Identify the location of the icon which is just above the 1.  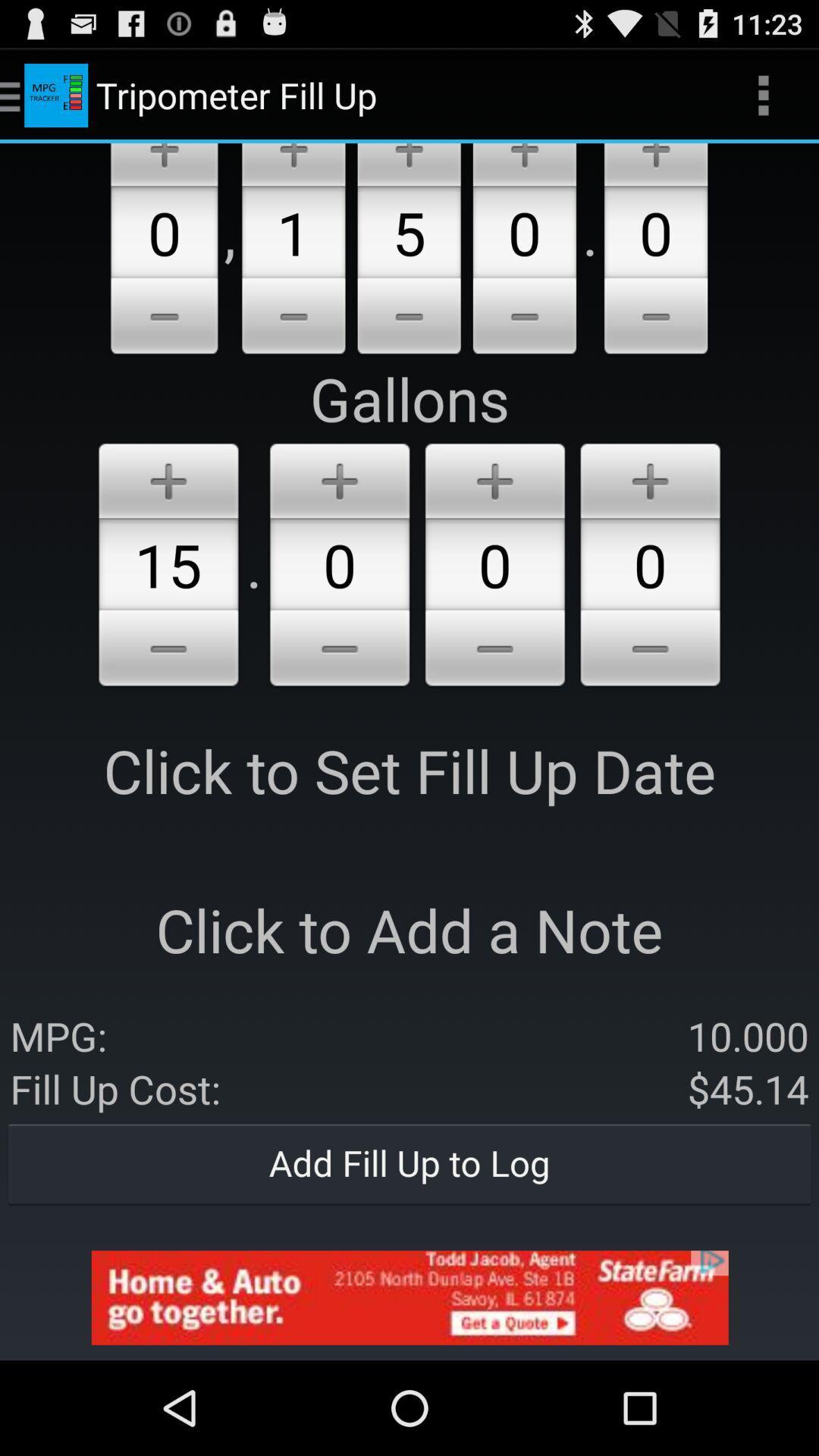
(293, 164).